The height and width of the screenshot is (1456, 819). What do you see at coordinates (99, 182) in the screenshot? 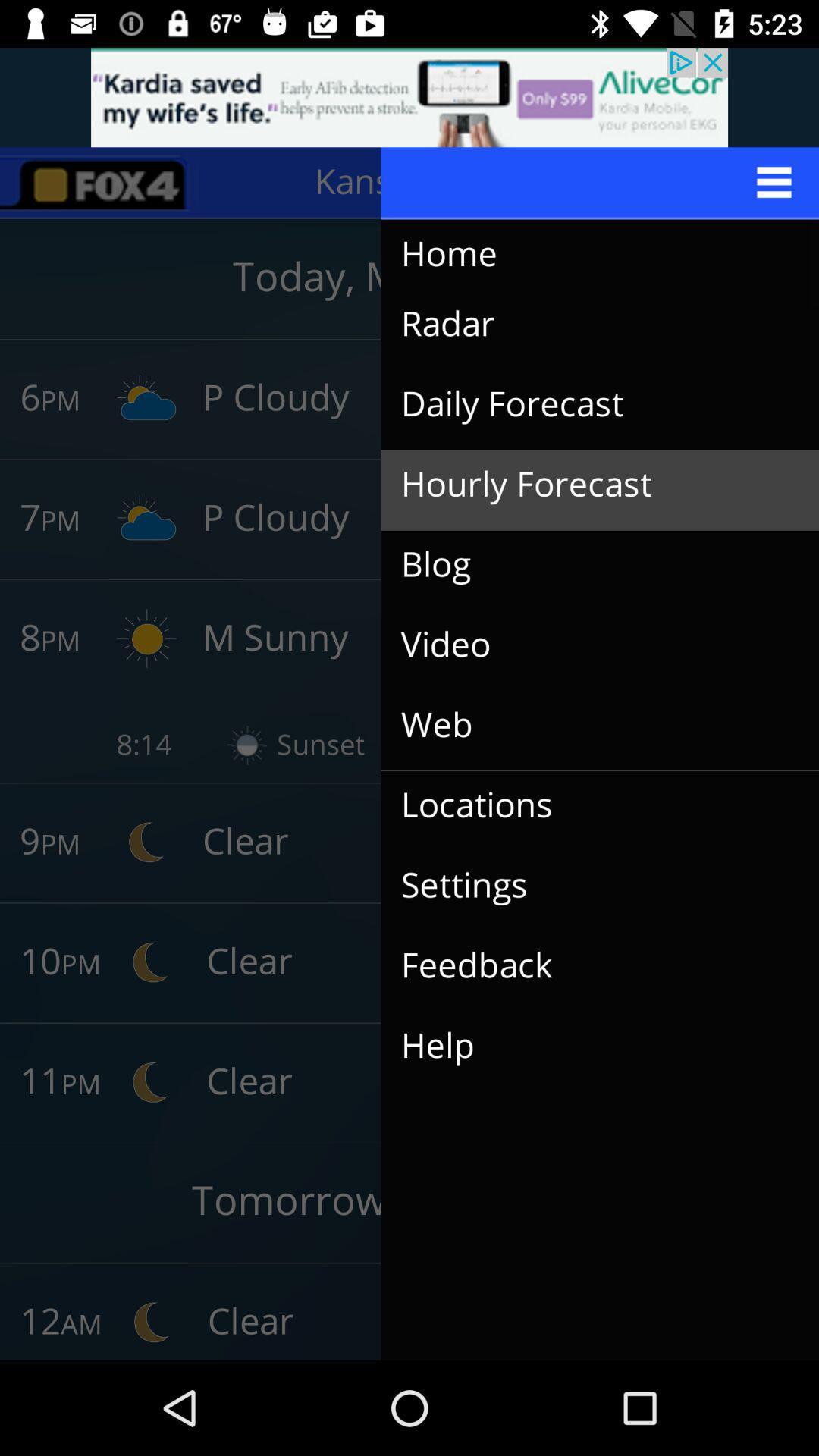
I see `the sliders icon` at bounding box center [99, 182].